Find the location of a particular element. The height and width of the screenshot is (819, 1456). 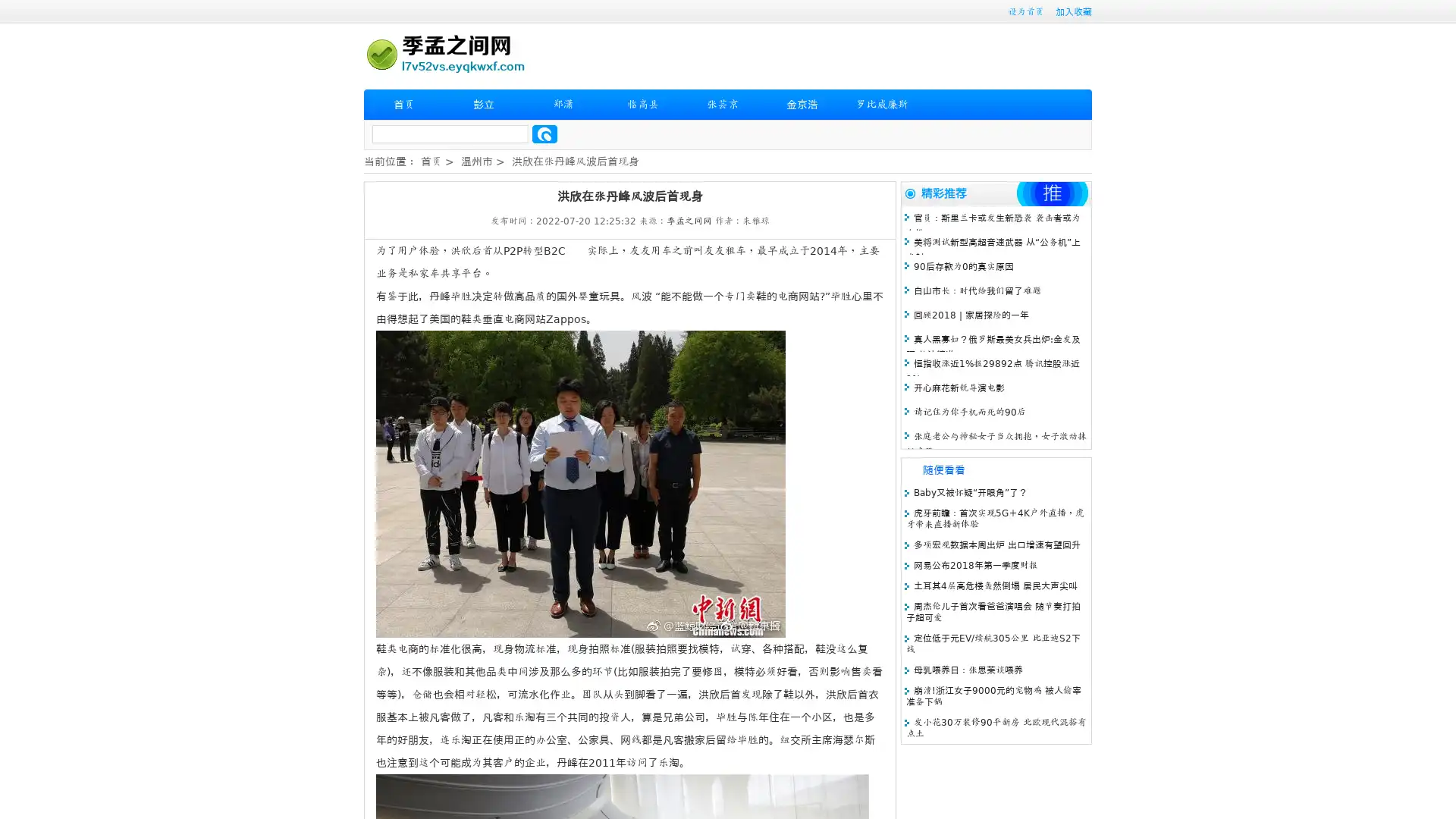

Search is located at coordinates (544, 133).